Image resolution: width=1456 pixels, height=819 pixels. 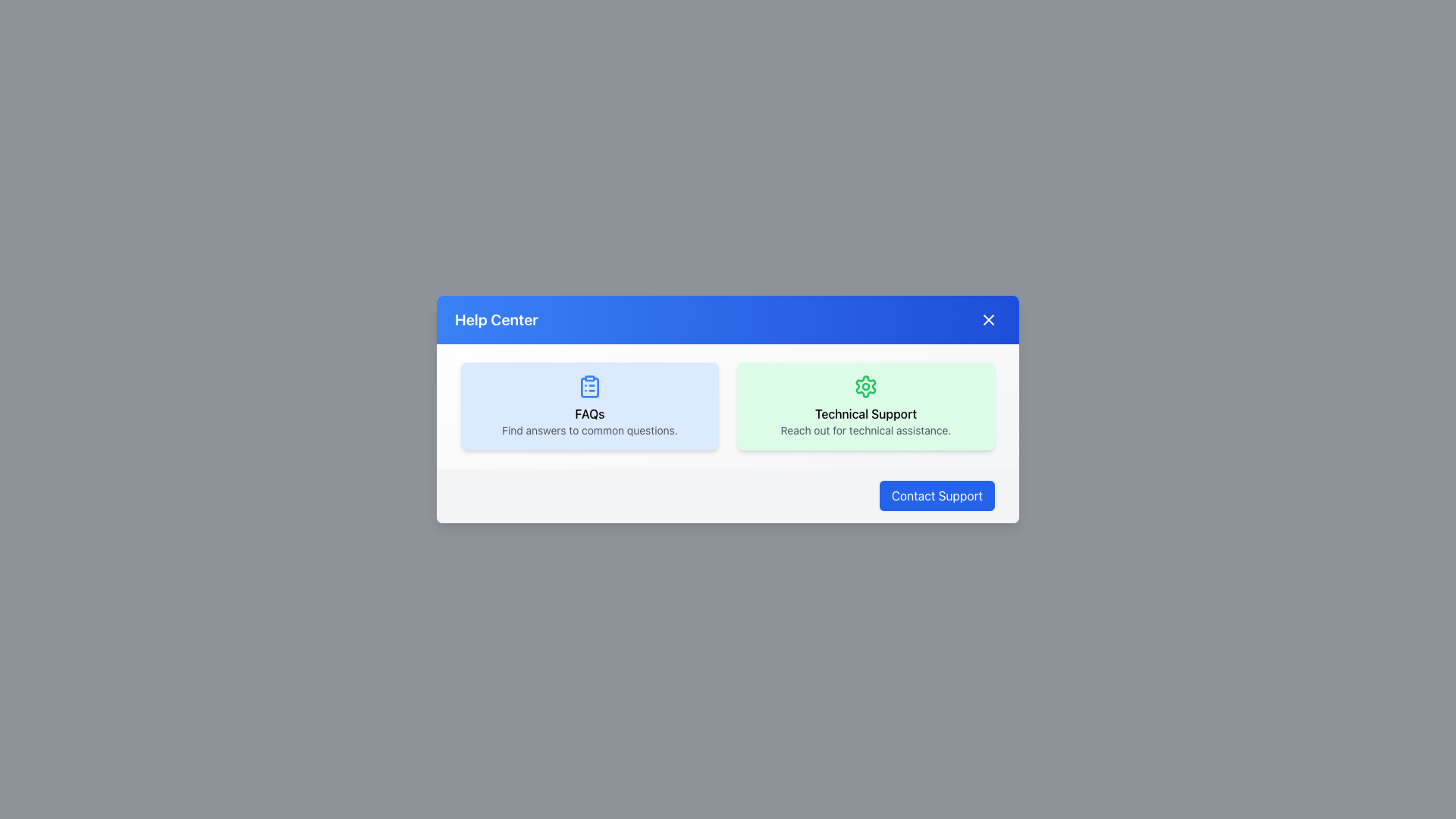 What do you see at coordinates (866, 385) in the screenshot?
I see `the green gear icon located at the center of the 'Technical Support' panel on the right side of the interface` at bounding box center [866, 385].